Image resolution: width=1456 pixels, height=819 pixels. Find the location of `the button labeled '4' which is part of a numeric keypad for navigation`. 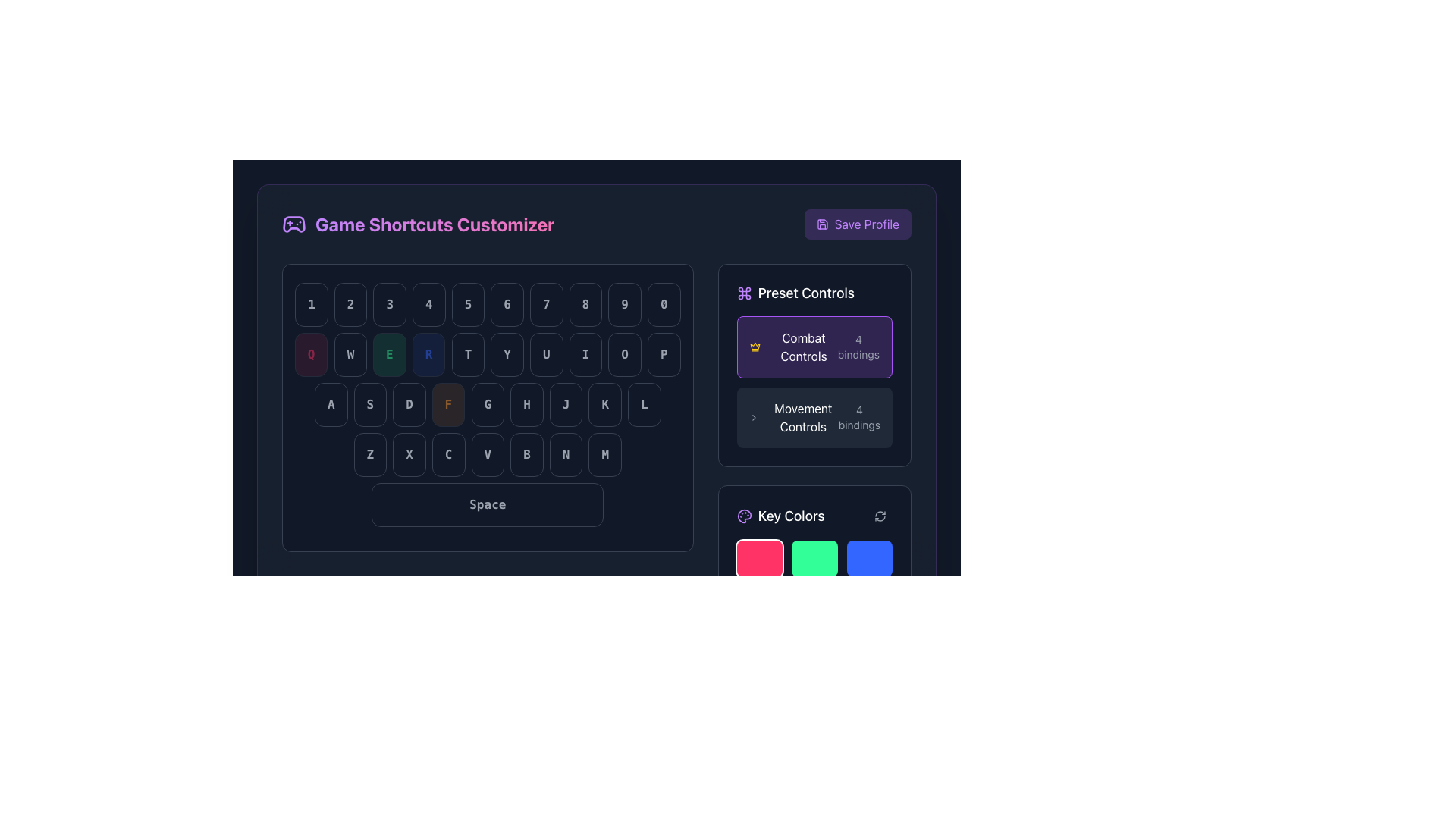

the button labeled '4' which is part of a numeric keypad for navigation is located at coordinates (428, 304).